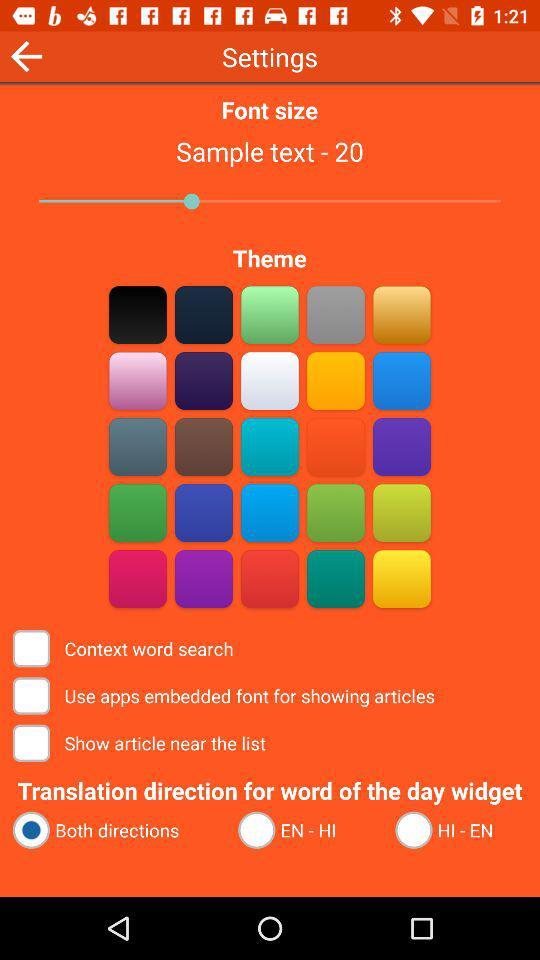 This screenshot has width=540, height=960. What do you see at coordinates (125, 647) in the screenshot?
I see `the context word search checkbox` at bounding box center [125, 647].